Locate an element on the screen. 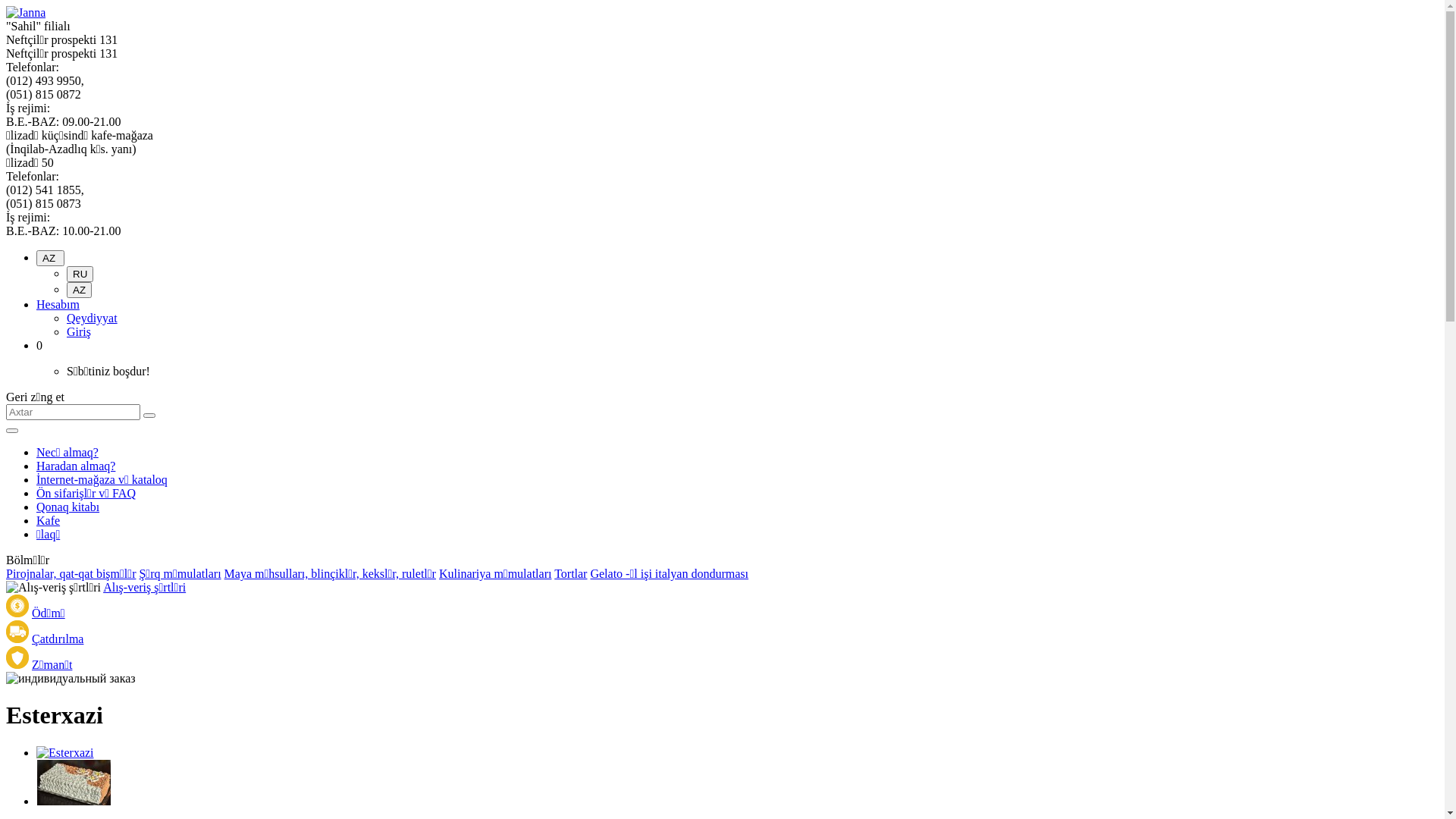 This screenshot has height=819, width=1456. 'RU' is located at coordinates (79, 274).